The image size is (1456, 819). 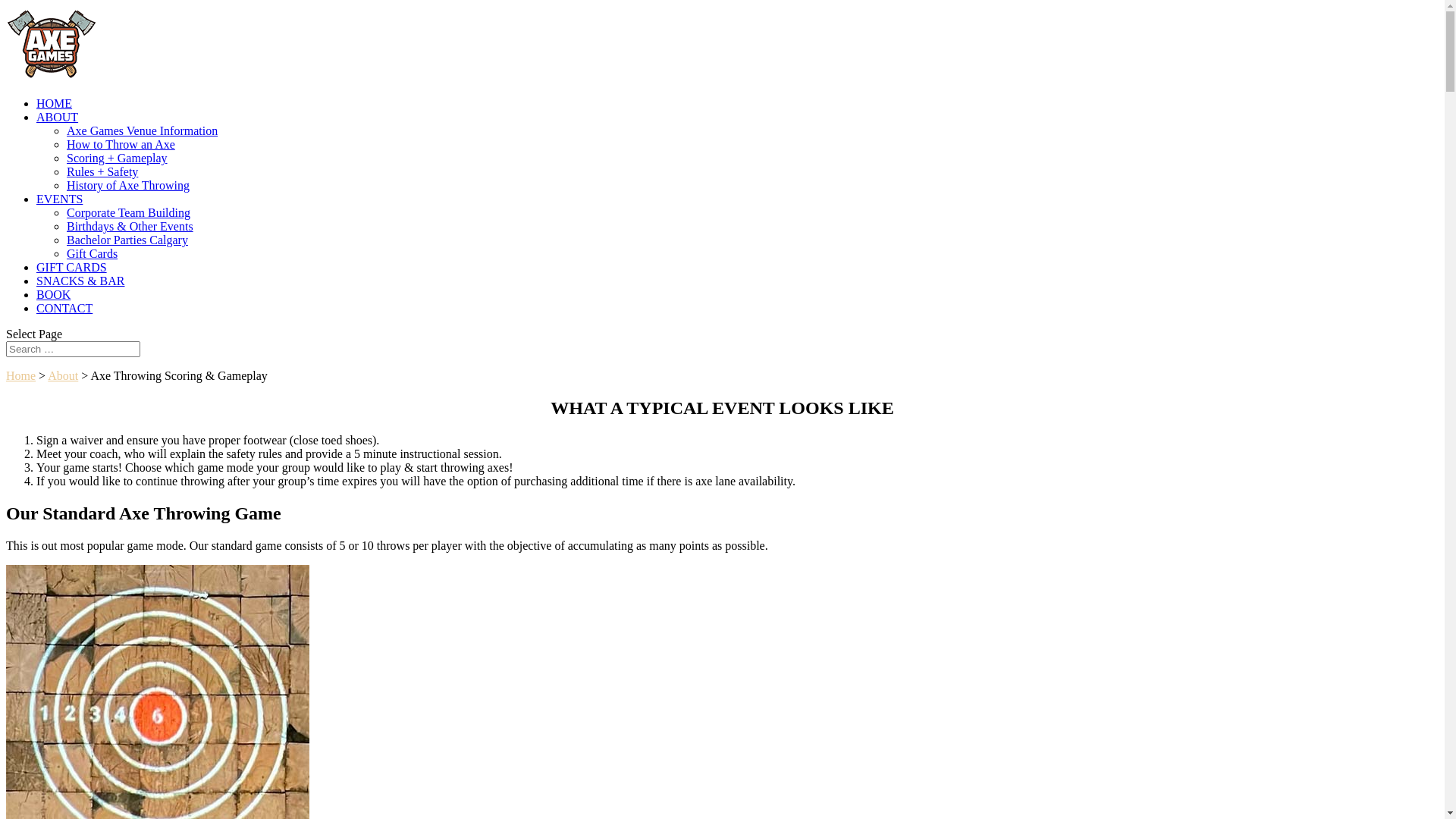 I want to click on 'Scoring + Gameplay', so click(x=116, y=158).